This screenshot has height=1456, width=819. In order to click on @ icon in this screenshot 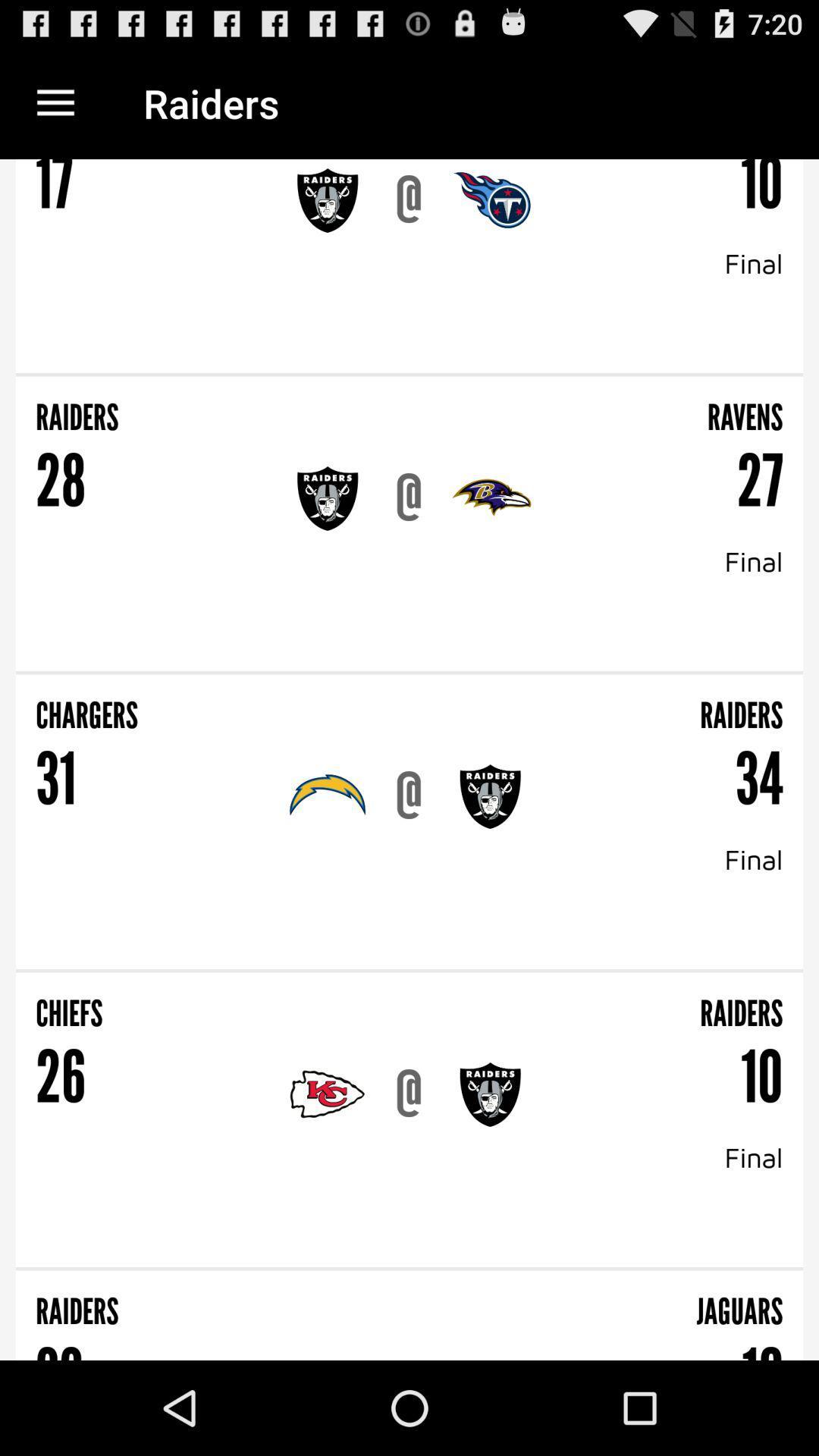, I will do `click(408, 1094)`.